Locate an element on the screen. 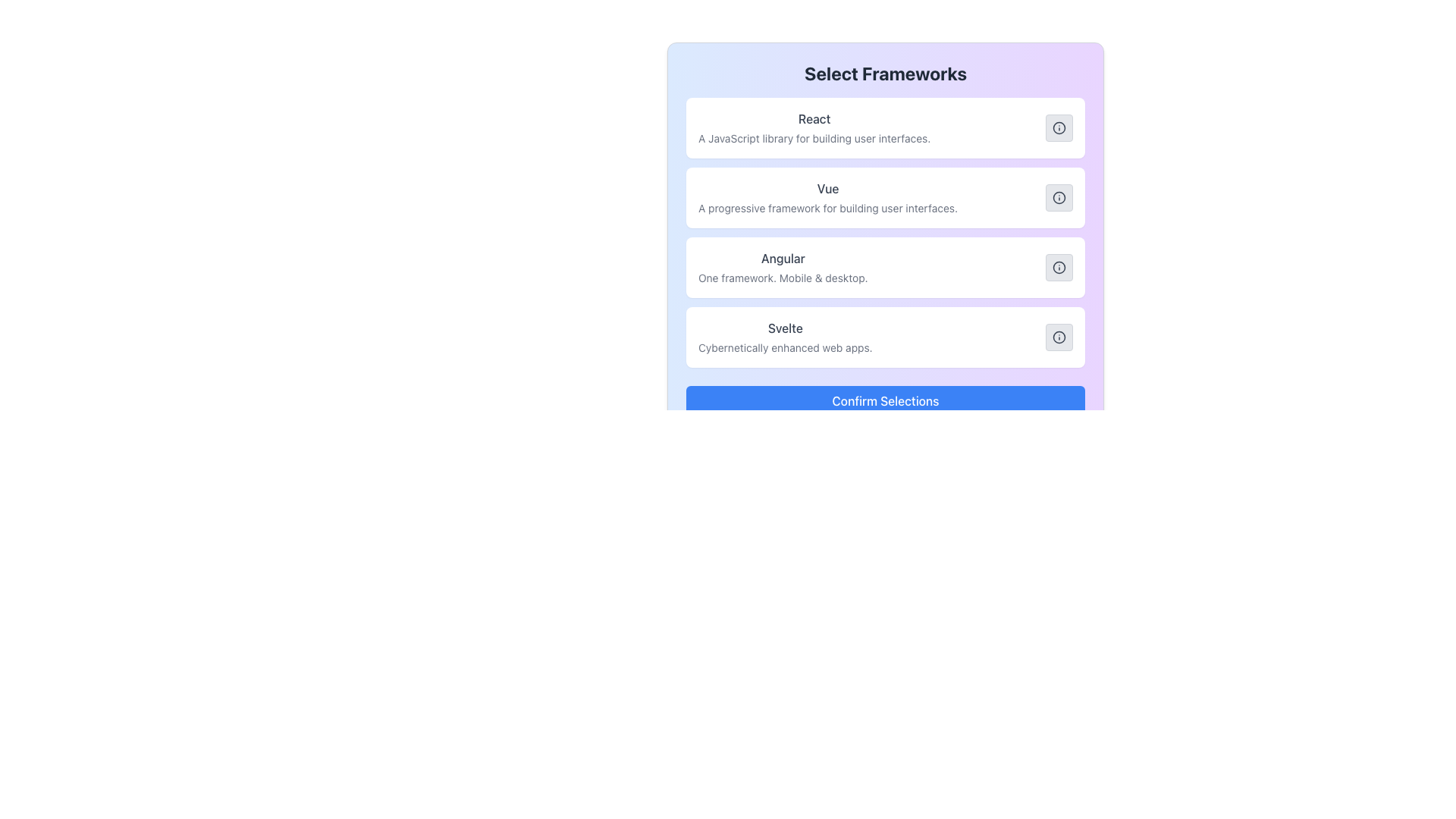  static text stating 'A progressive framework for building user interfaces.' positioned beneath the header 'Vue' in the 'Select Frameworks' list for informational purposes is located at coordinates (827, 208).